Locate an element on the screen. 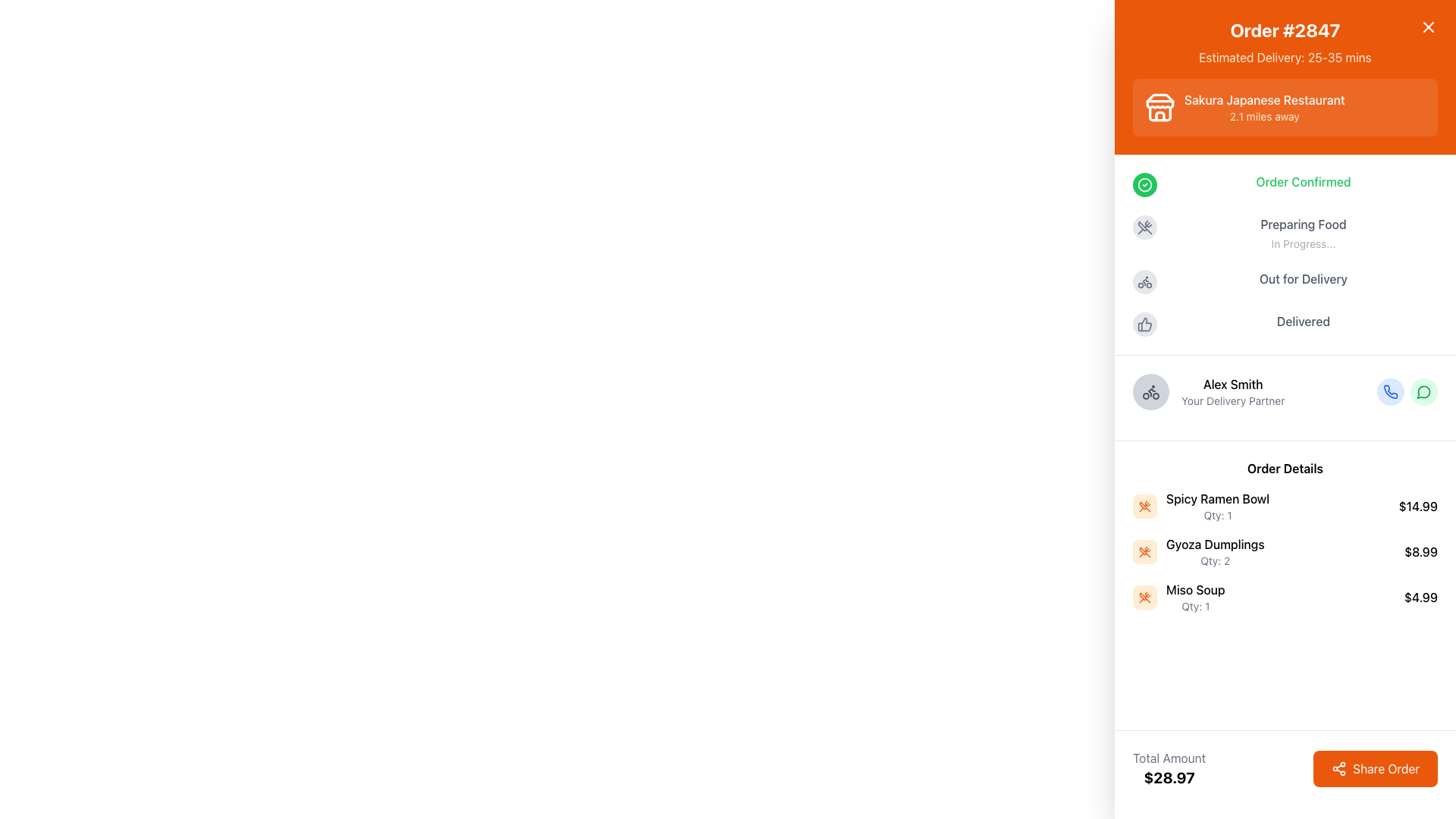 This screenshot has height=819, width=1456. the text label that displays the quantity of 'Gyoza Dumplings' in the 'Order Details' section, which is located under the 'Gyoza Dumplings' title is located at coordinates (1215, 561).